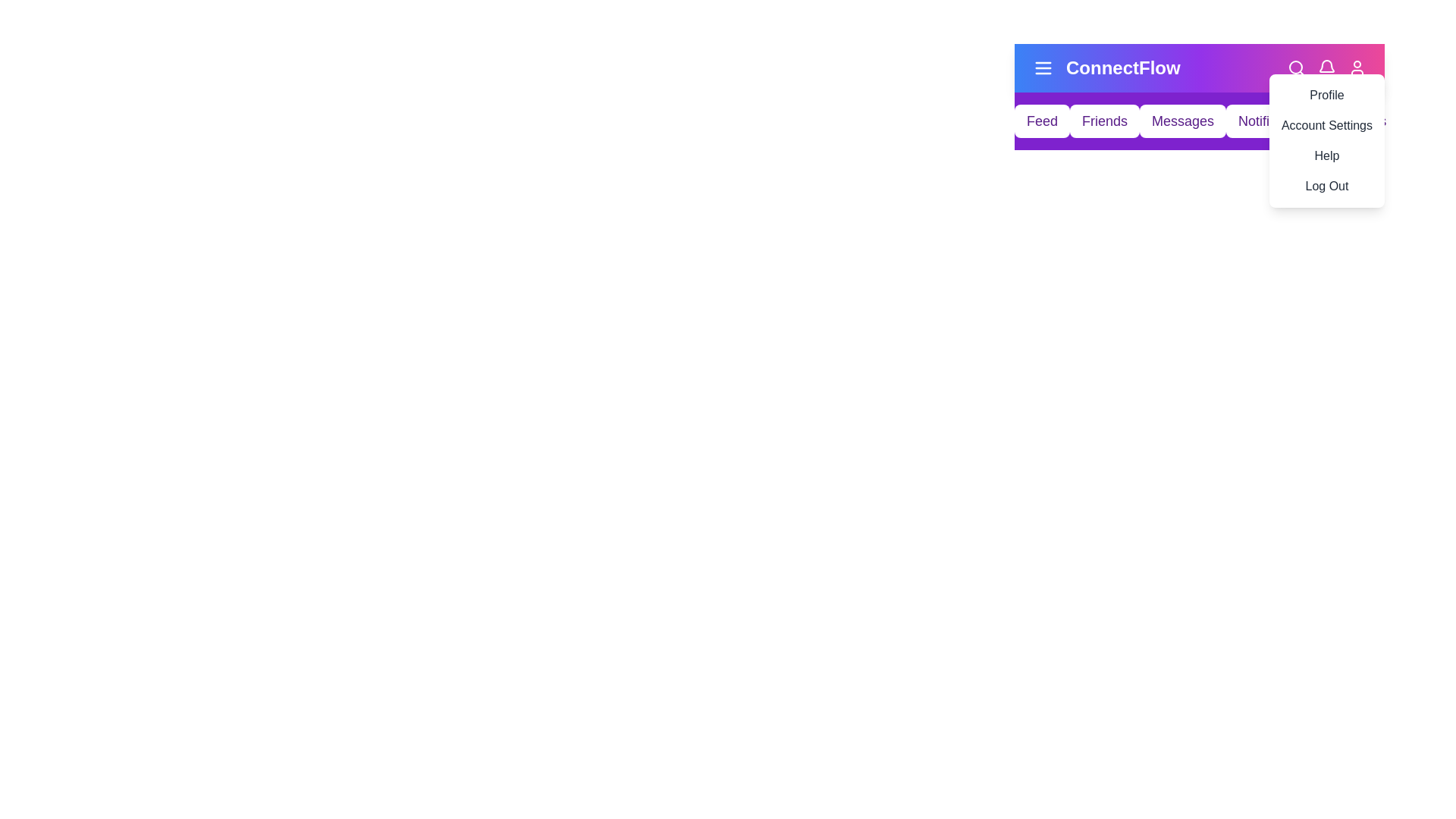  I want to click on the Account Settings in the profile menu, so click(1325, 124).